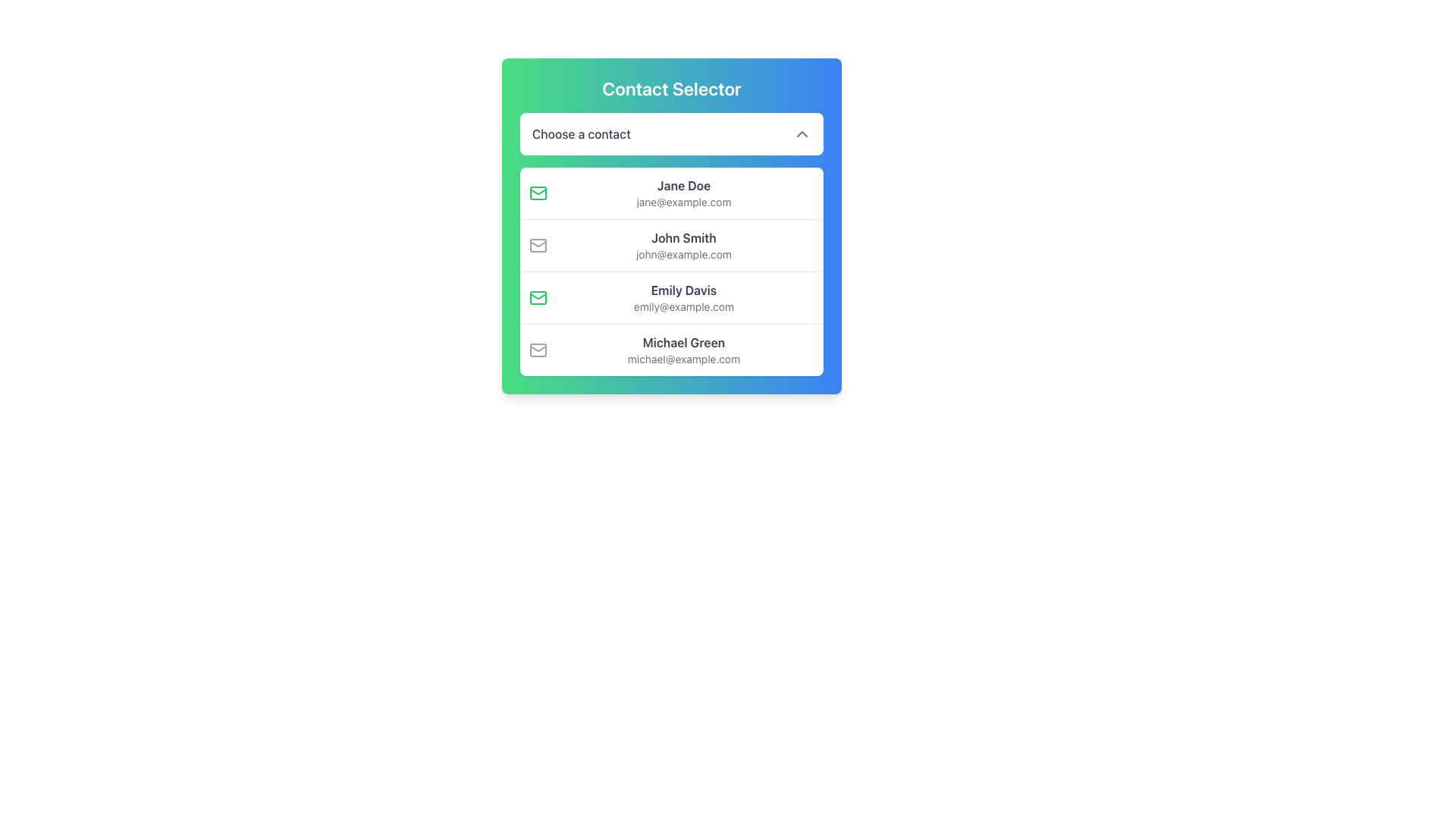  I want to click on the label displaying the name 'Jane Doe', which is styled in dark gray bold font and positioned at the top of the contact options menu, so click(683, 185).